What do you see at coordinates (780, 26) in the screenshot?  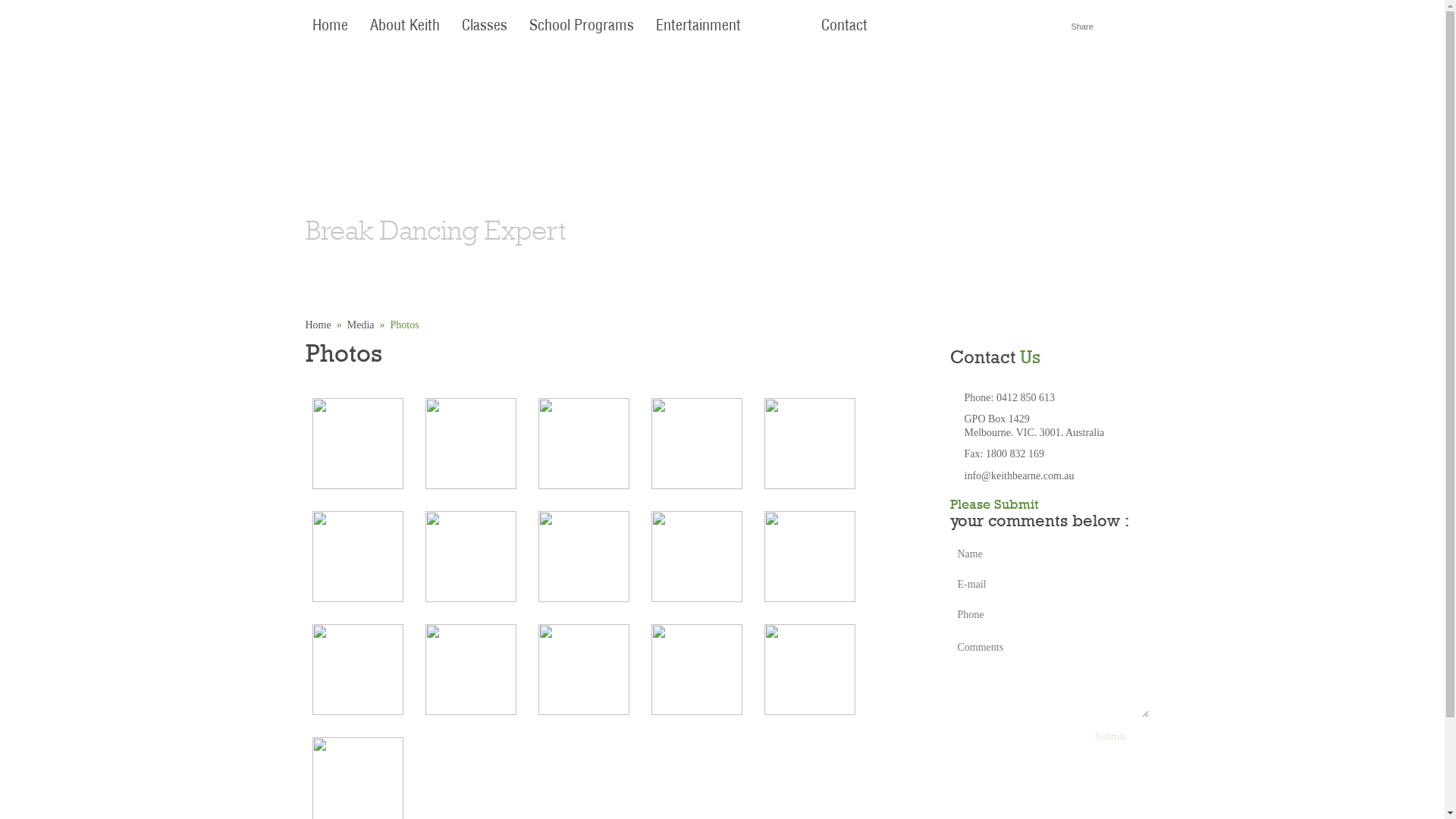 I see `'Media'` at bounding box center [780, 26].